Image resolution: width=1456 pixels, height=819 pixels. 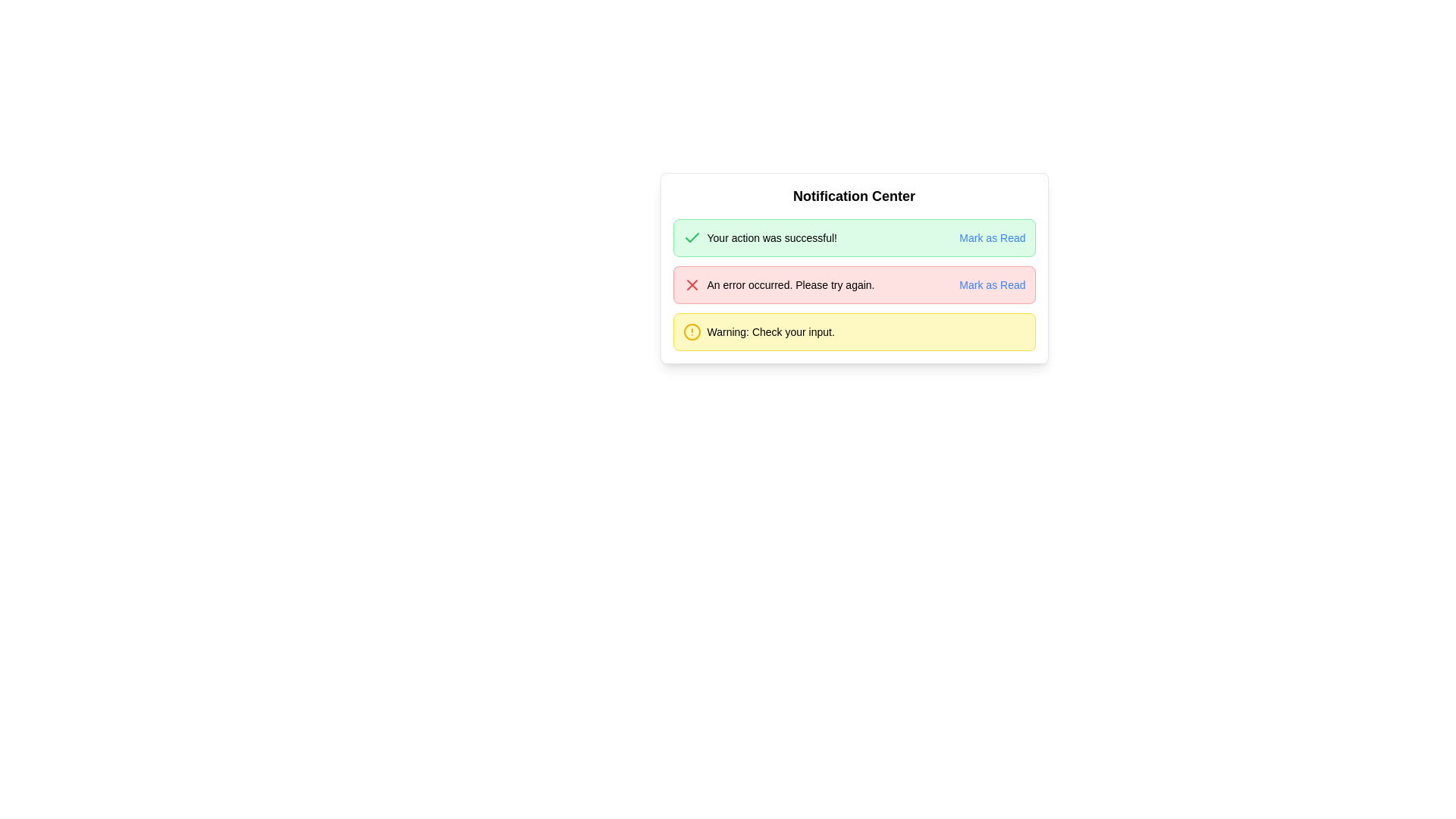 What do you see at coordinates (758, 331) in the screenshot?
I see `the third notification message in the 'Notification Center' widget that has a light yellow background and displays the text 'Warning: Check your input.'` at bounding box center [758, 331].